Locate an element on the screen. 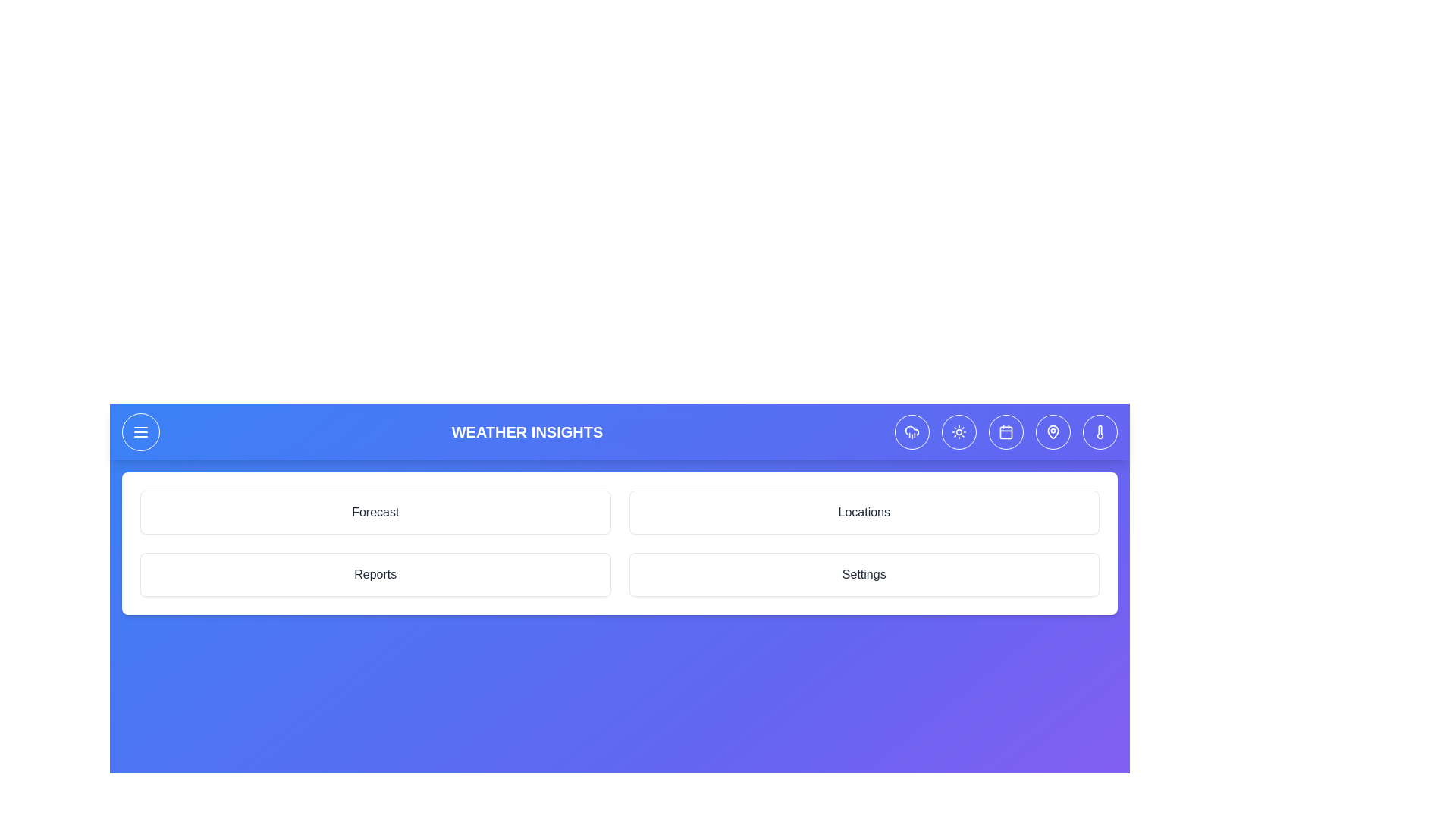 This screenshot has width=1456, height=819. the Reports navigation option is located at coordinates (375, 575).